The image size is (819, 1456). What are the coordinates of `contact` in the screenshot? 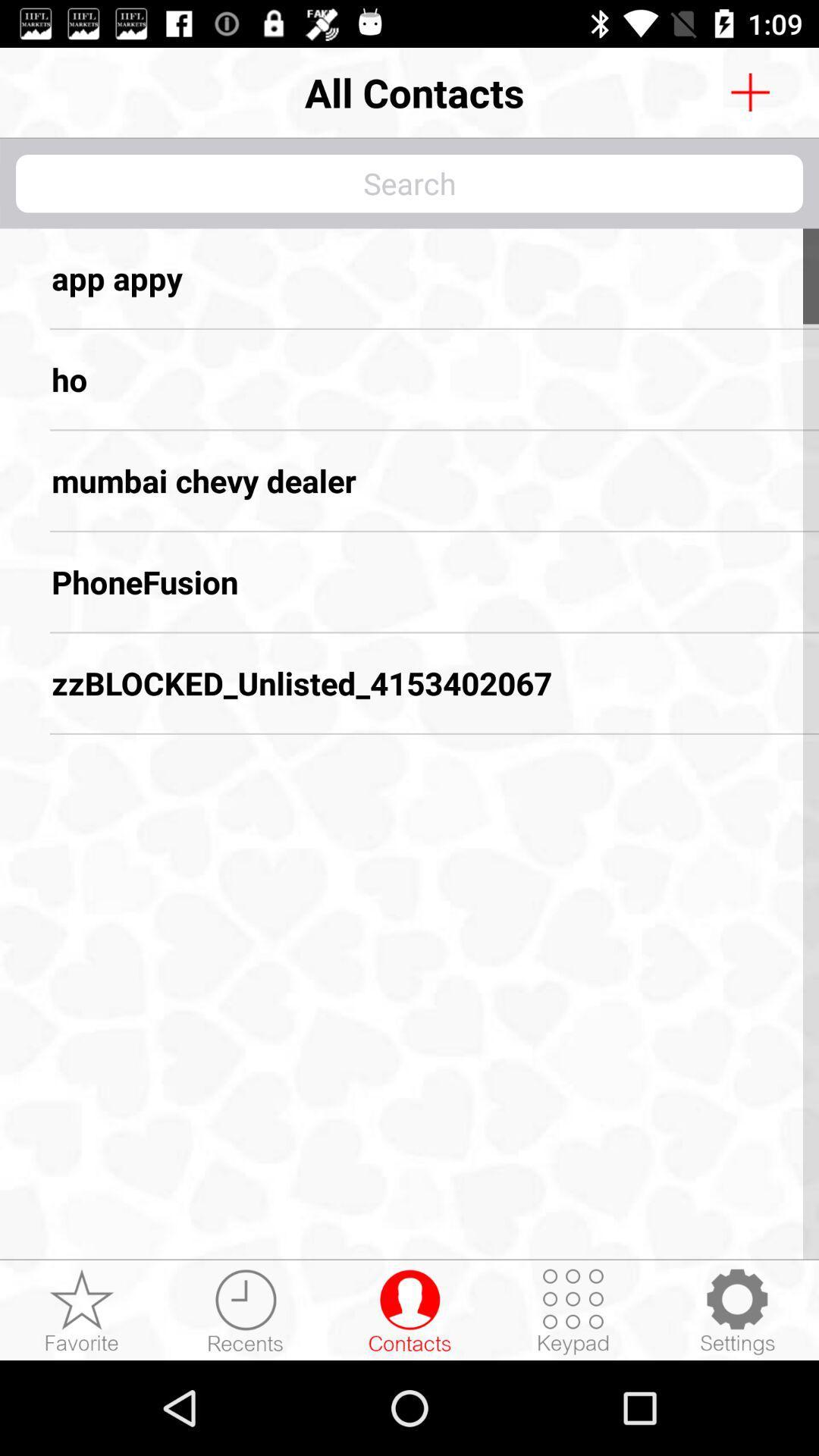 It's located at (409, 1310).